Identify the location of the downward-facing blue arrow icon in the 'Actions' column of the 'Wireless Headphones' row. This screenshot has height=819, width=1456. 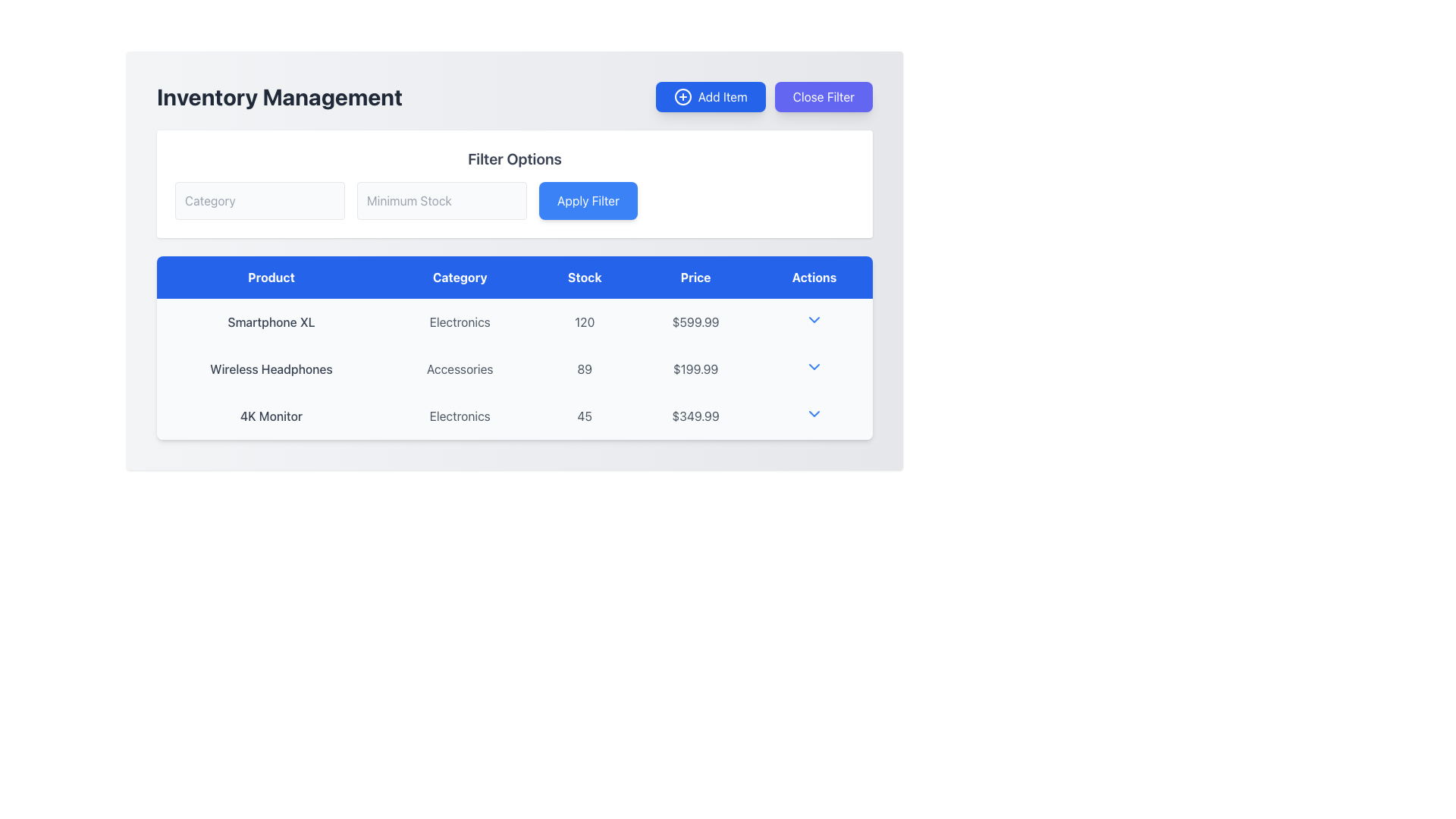
(814, 369).